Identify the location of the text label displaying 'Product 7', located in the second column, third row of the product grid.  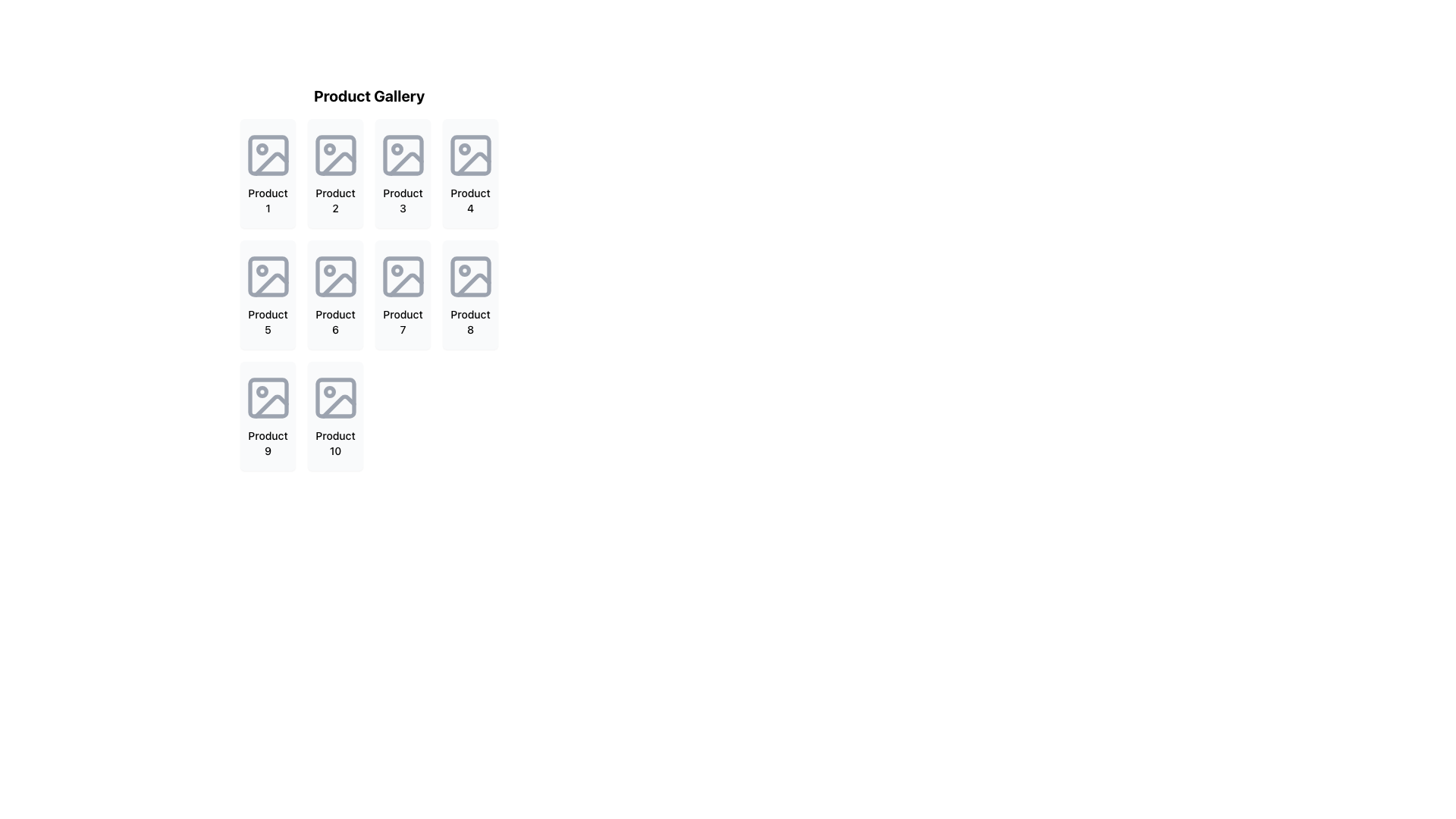
(403, 321).